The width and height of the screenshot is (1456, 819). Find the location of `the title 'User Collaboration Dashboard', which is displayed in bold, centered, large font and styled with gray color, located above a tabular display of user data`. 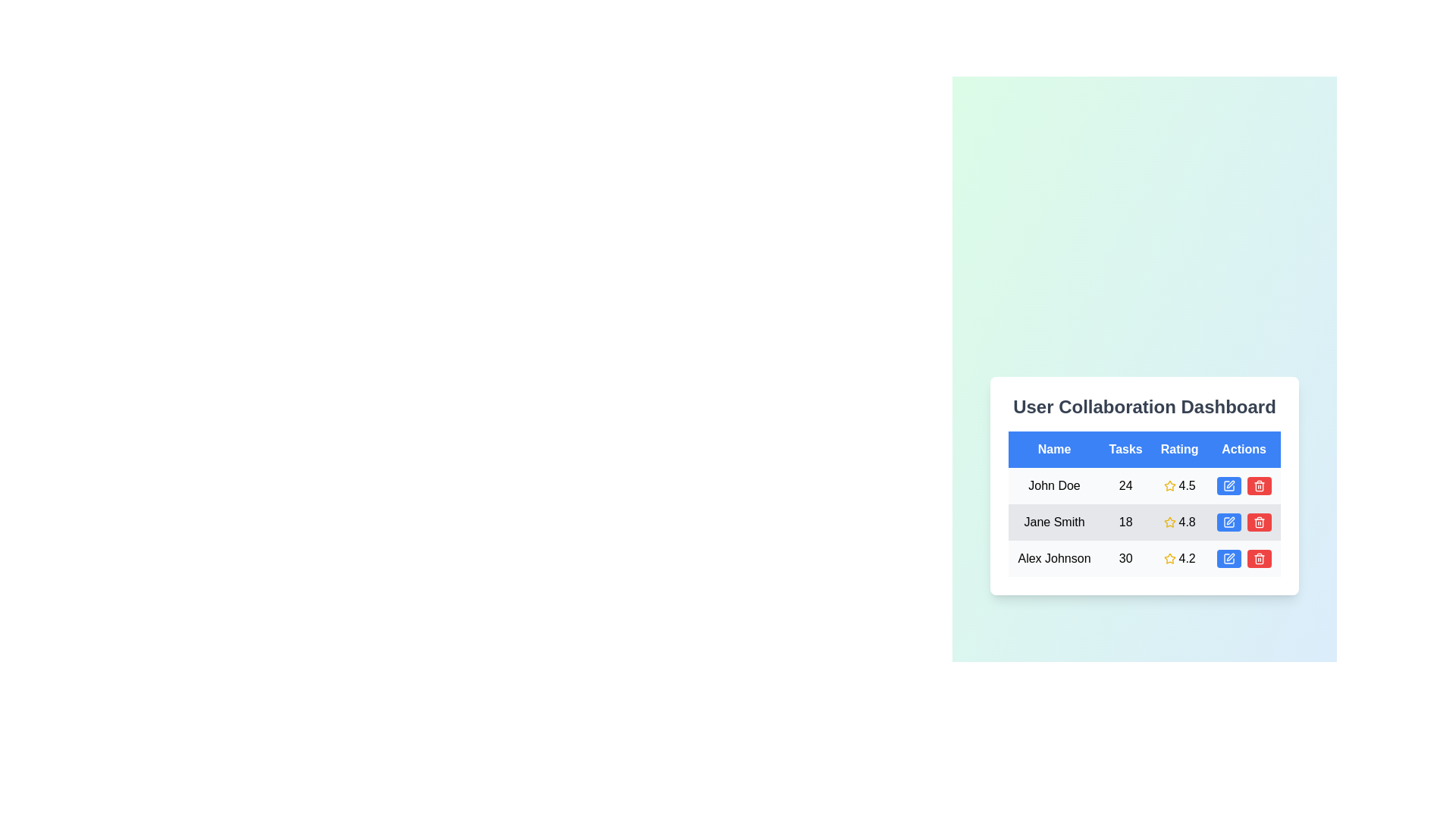

the title 'User Collaboration Dashboard', which is displayed in bold, centered, large font and styled with gray color, located above a tabular display of user data is located at coordinates (1144, 406).